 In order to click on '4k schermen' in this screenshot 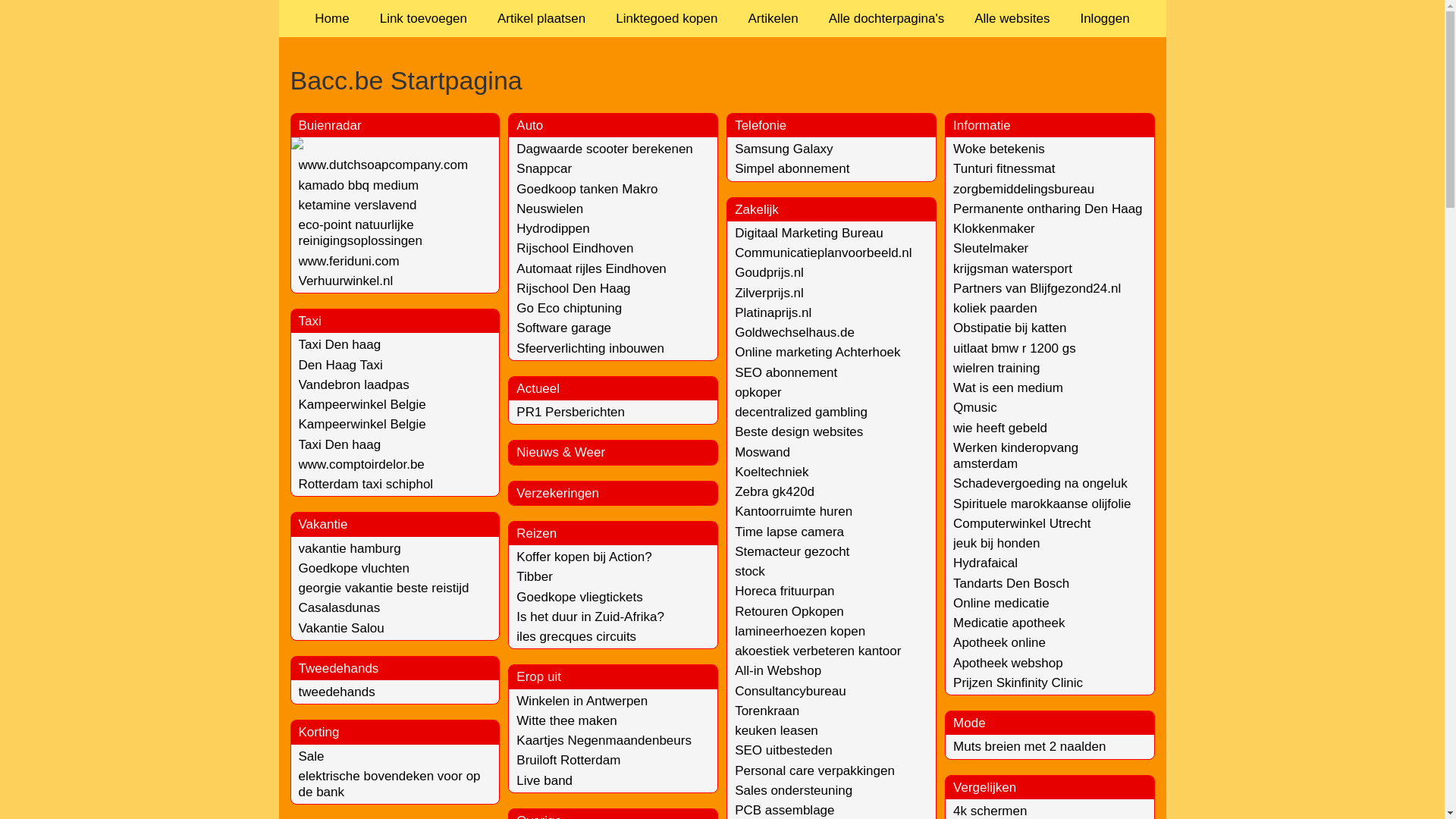, I will do `click(952, 810)`.